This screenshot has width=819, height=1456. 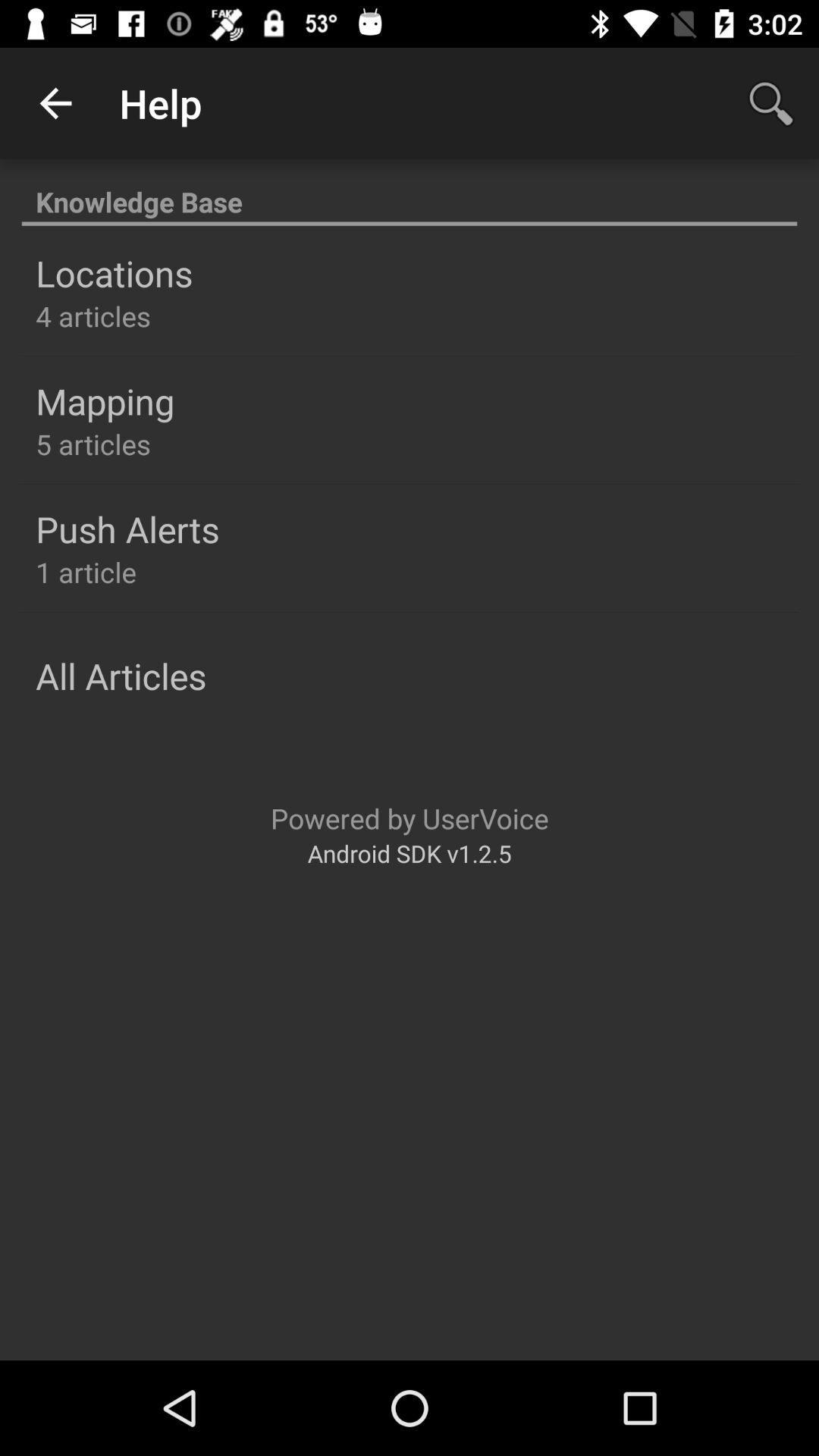 I want to click on the 4 articles, so click(x=93, y=315).